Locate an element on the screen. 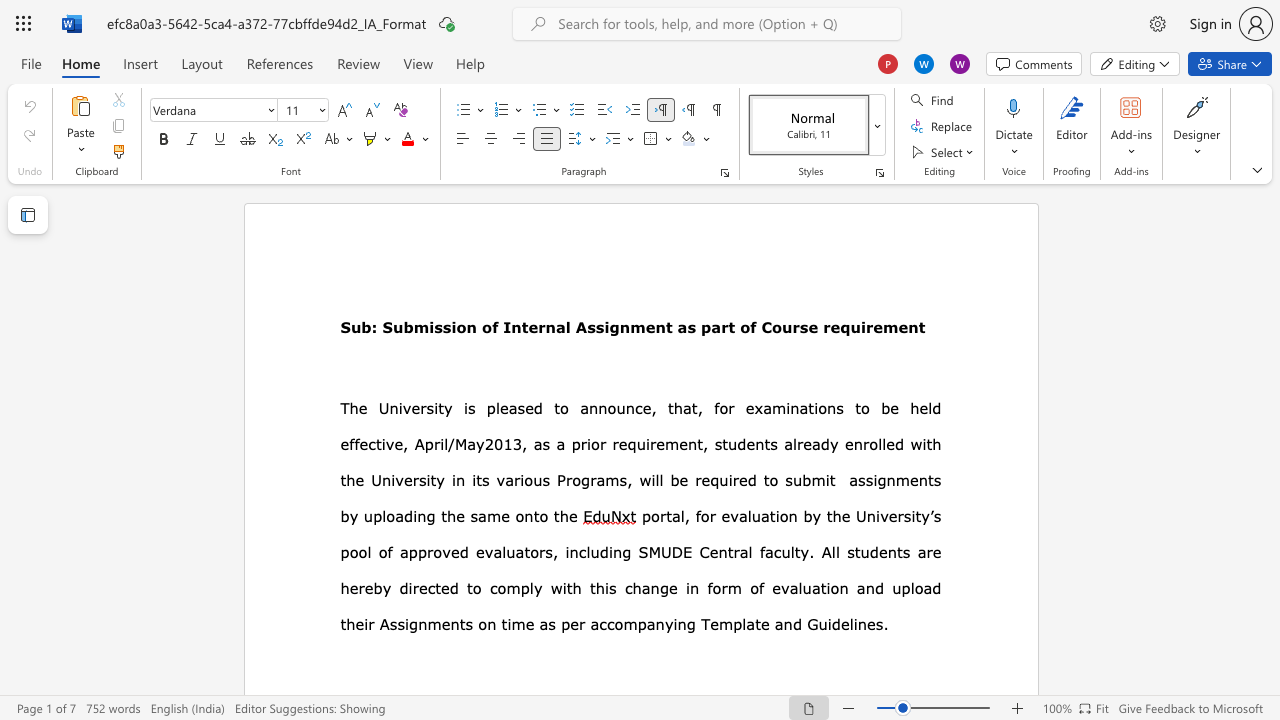  the 2th character "d" in the text is located at coordinates (898, 443).